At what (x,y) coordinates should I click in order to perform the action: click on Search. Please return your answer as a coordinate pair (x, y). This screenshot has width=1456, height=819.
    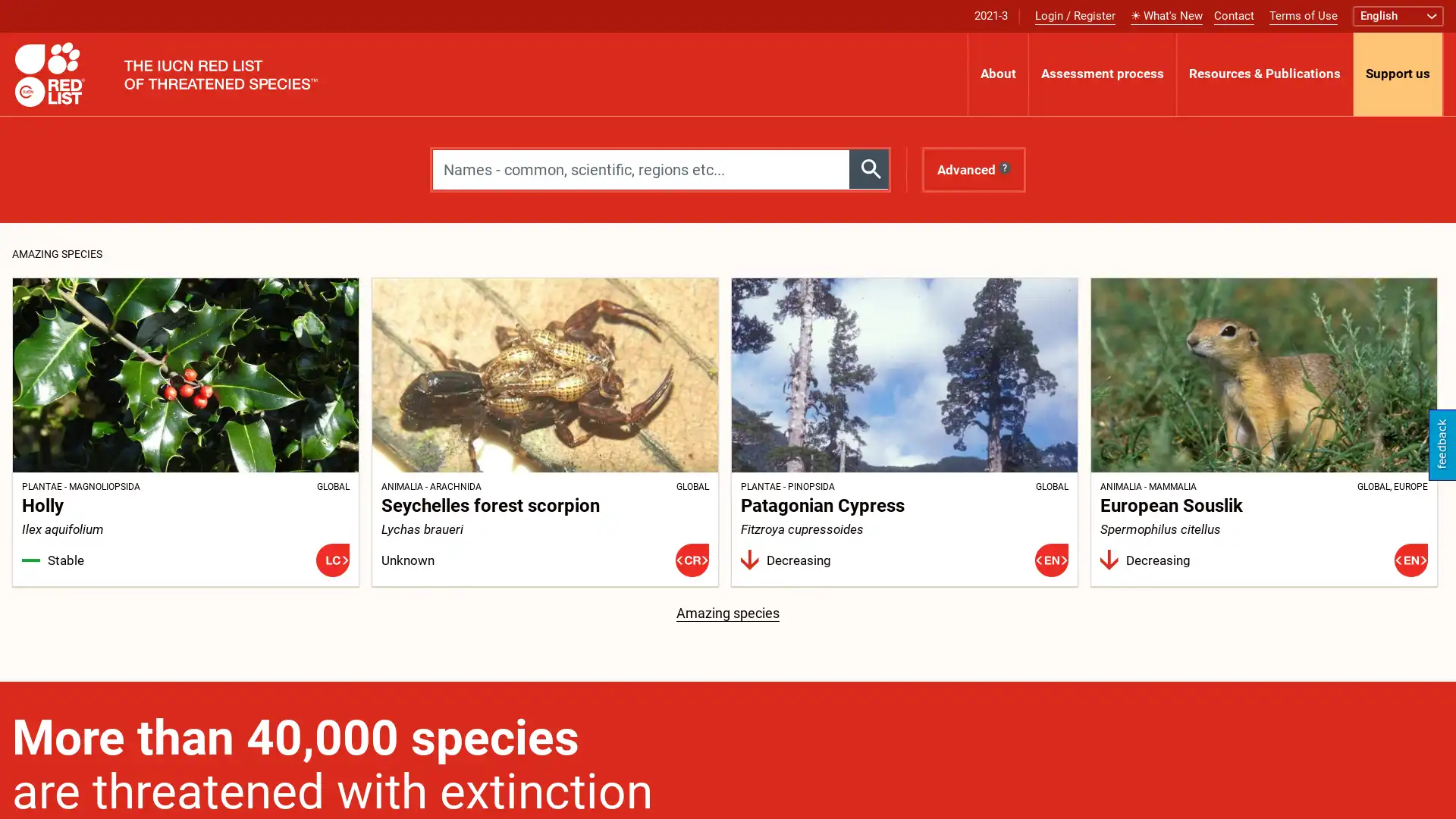
    Looking at the image, I should click on (869, 169).